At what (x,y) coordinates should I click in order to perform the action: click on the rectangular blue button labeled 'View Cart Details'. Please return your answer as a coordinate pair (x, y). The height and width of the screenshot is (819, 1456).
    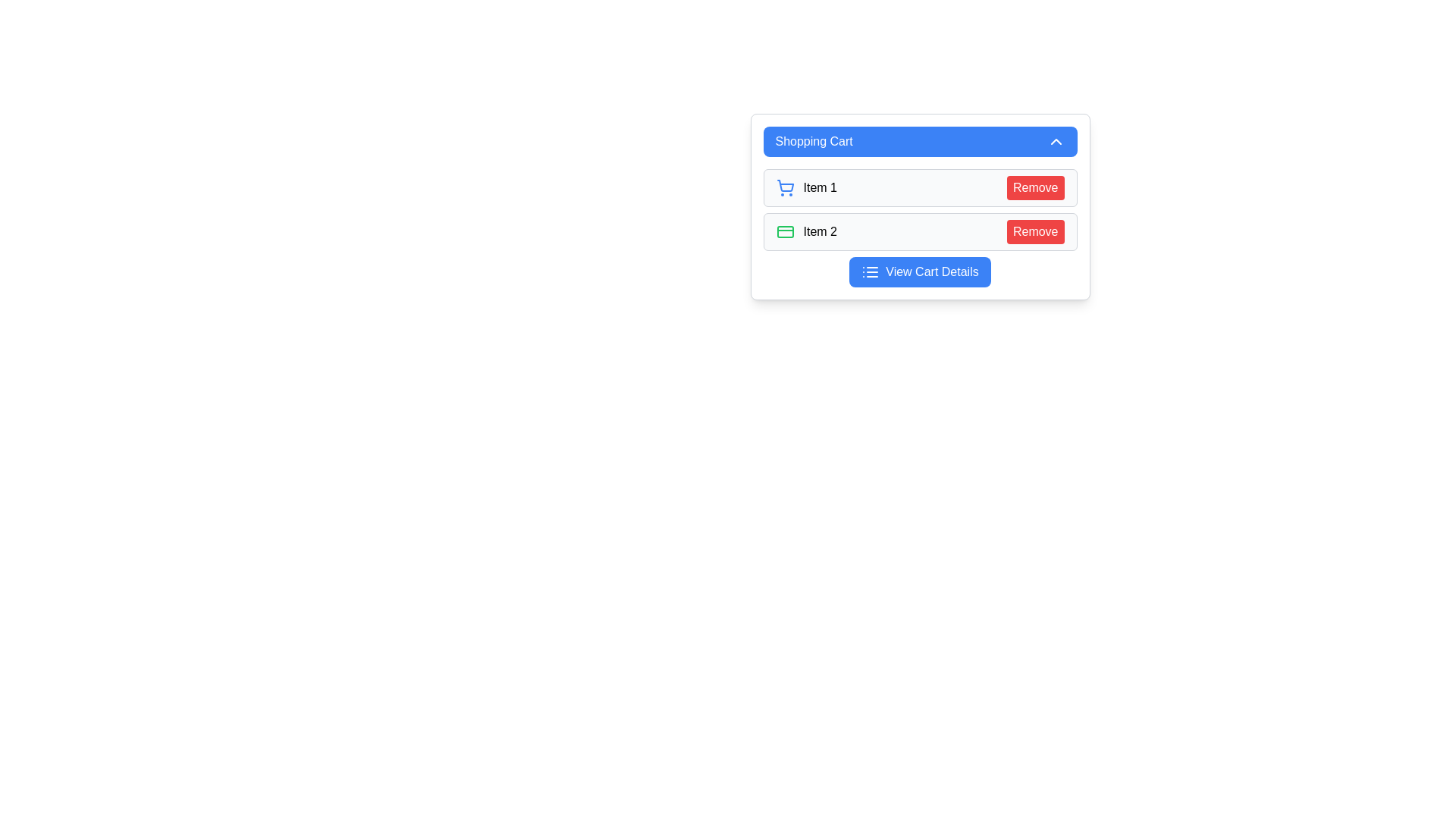
    Looking at the image, I should click on (919, 271).